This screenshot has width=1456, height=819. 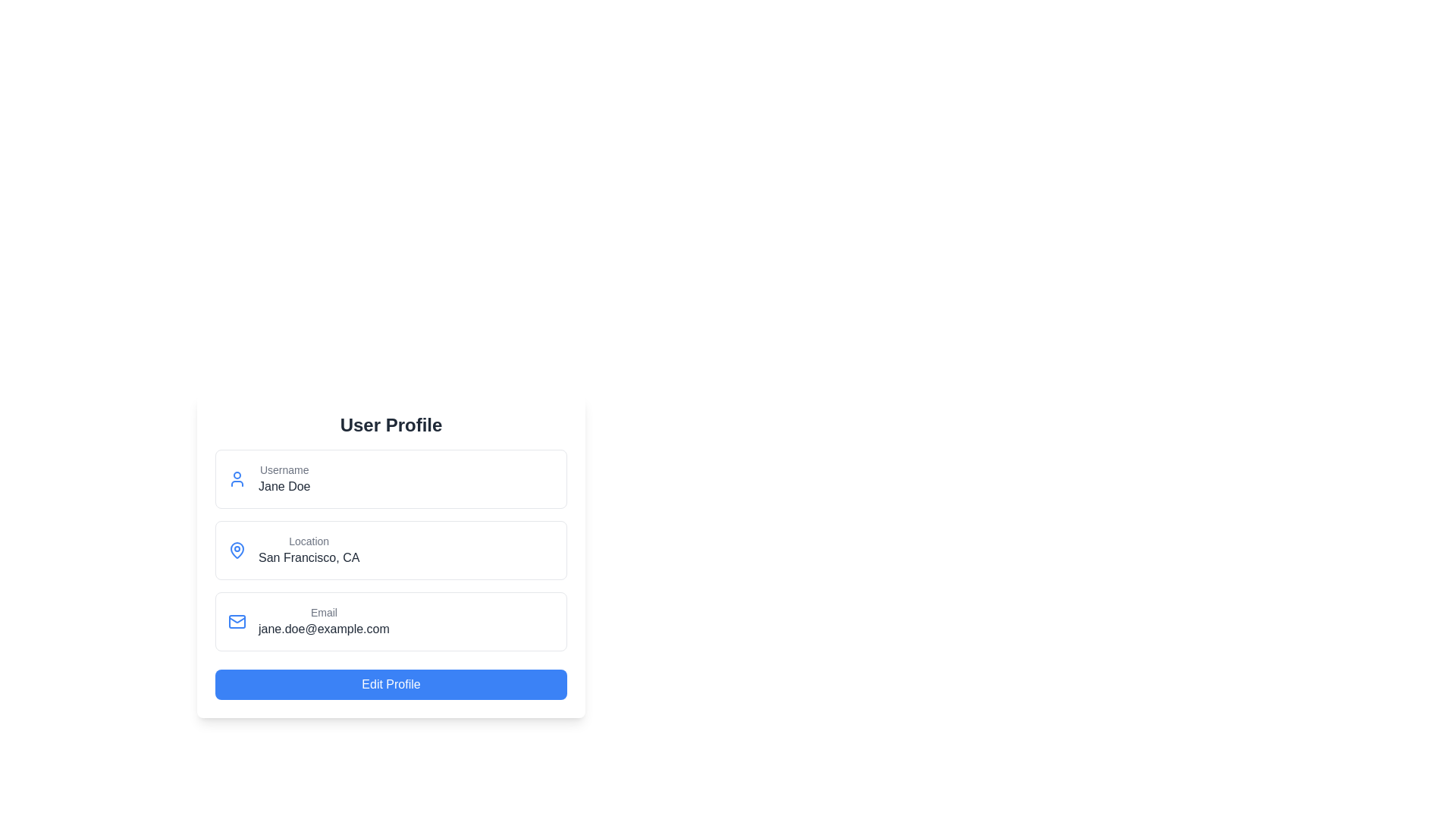 I want to click on the text label stating 'San Francisco, CA', which is styled with a medium-weight font in dark gray color, positioned below the 'Location' label in the profile information section, so click(x=308, y=558).